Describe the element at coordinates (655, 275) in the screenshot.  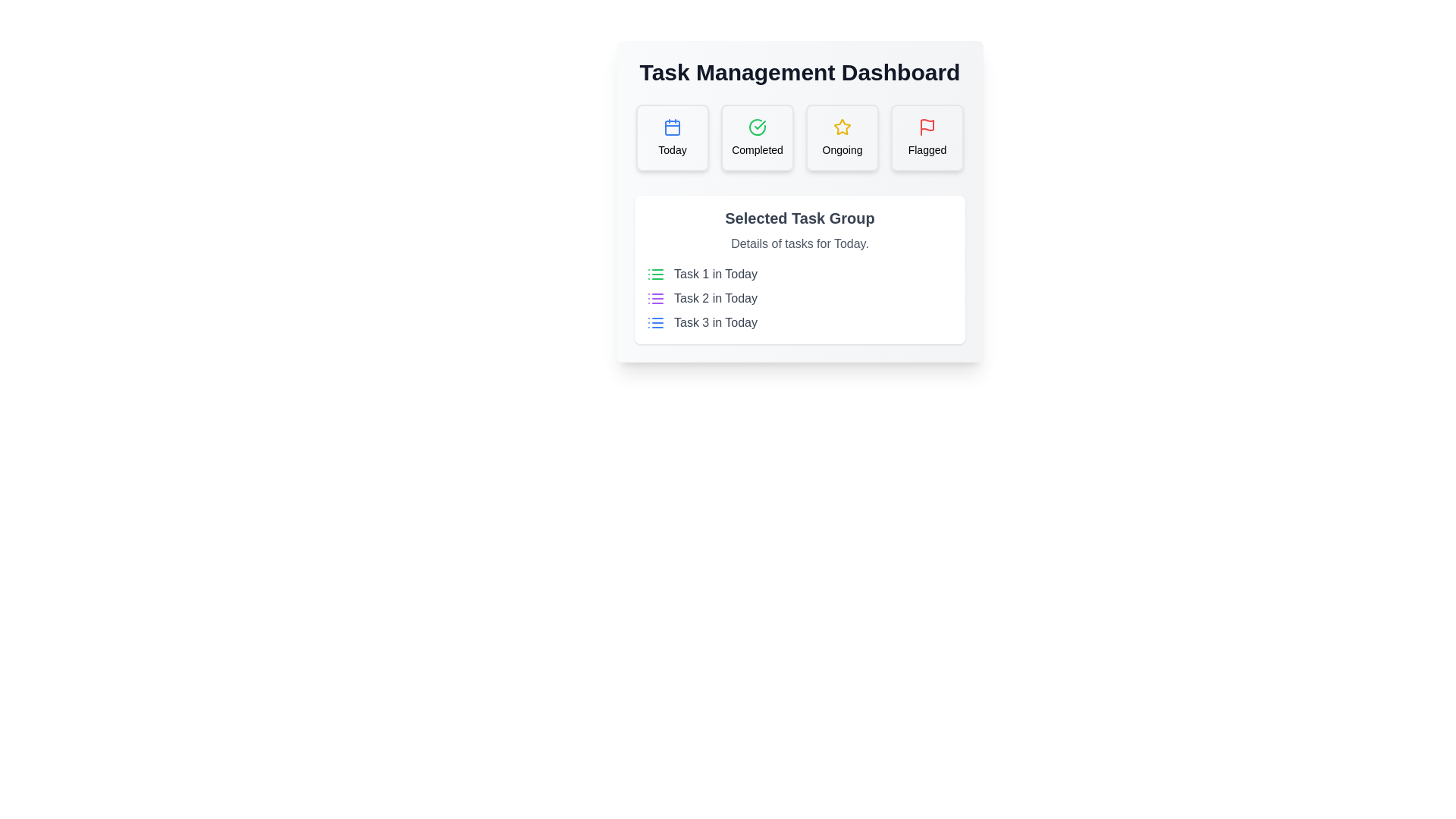
I see `the task list item icon located to the left of the text 'Task 1 in Today' in the task group interface` at that location.